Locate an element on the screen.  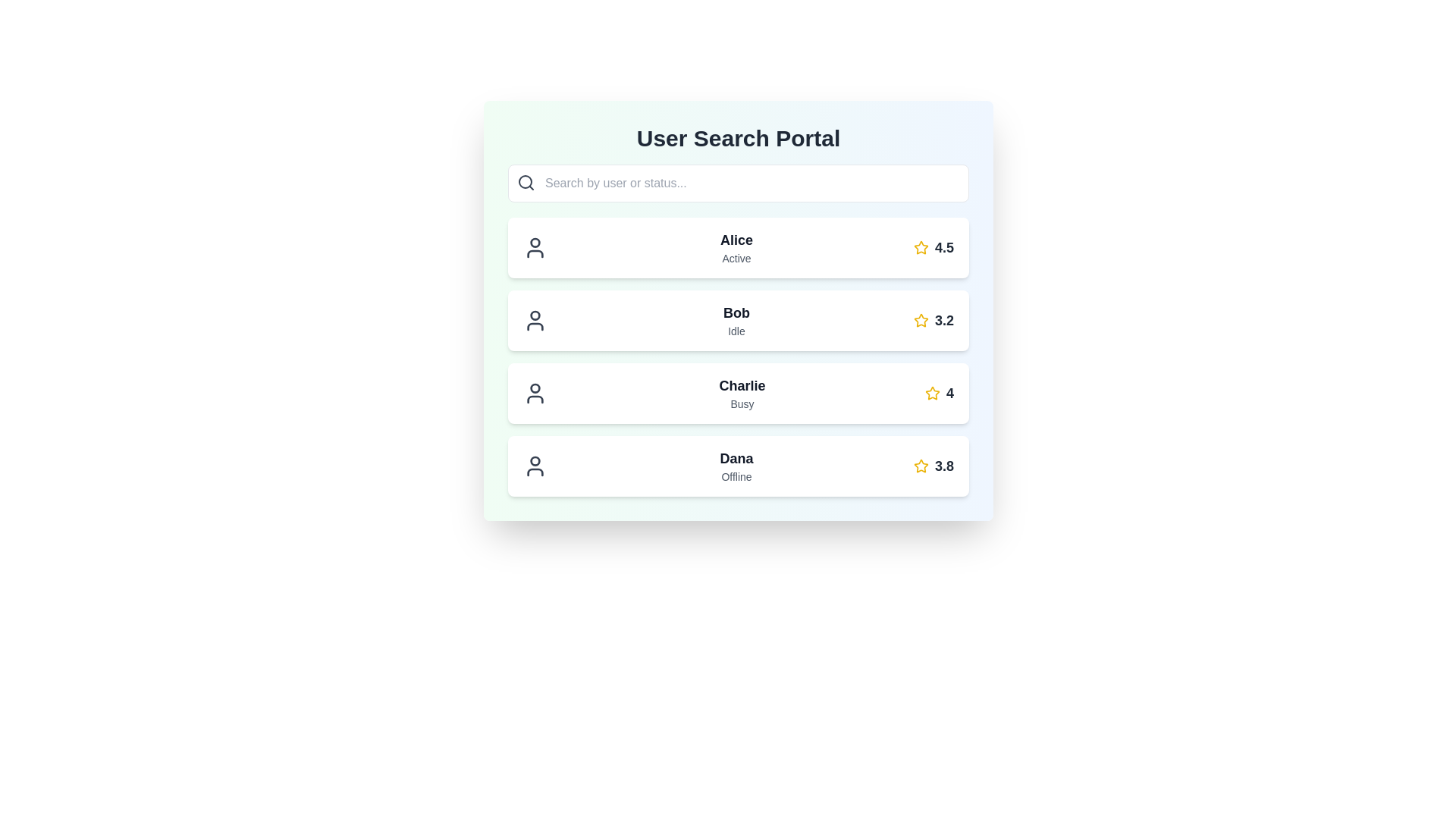
the text element displaying a bold number '3.2' in gray font, which is accompanied by a yellow star icon, indicating the rating for user 'Bob' in the user list is located at coordinates (933, 320).